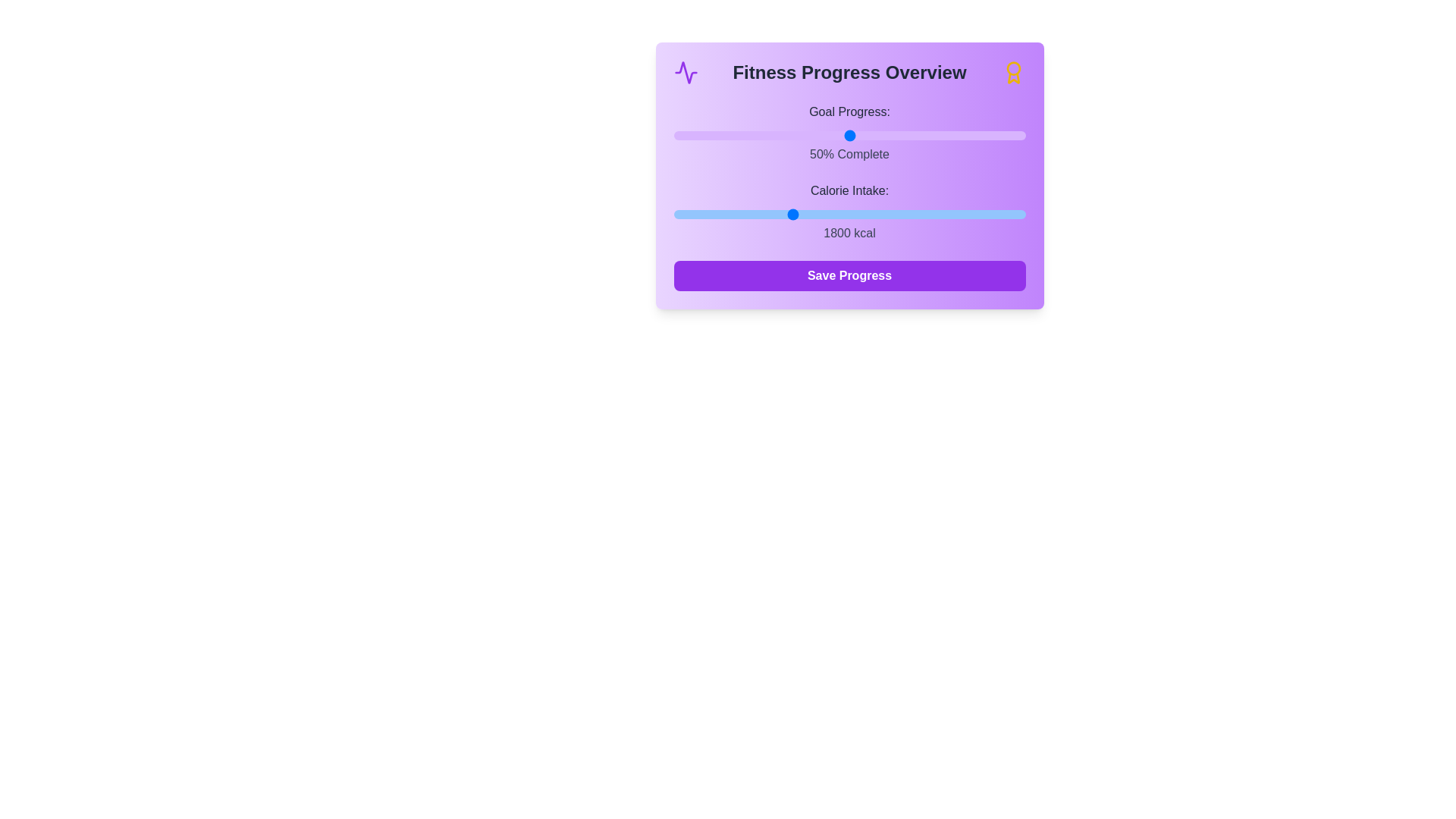 The height and width of the screenshot is (819, 1456). I want to click on the Range slider input element located below the label 'Calorie Intake:' and above '1800 kcal' in the 'Fitness Progress Overview' panel, so click(849, 214).